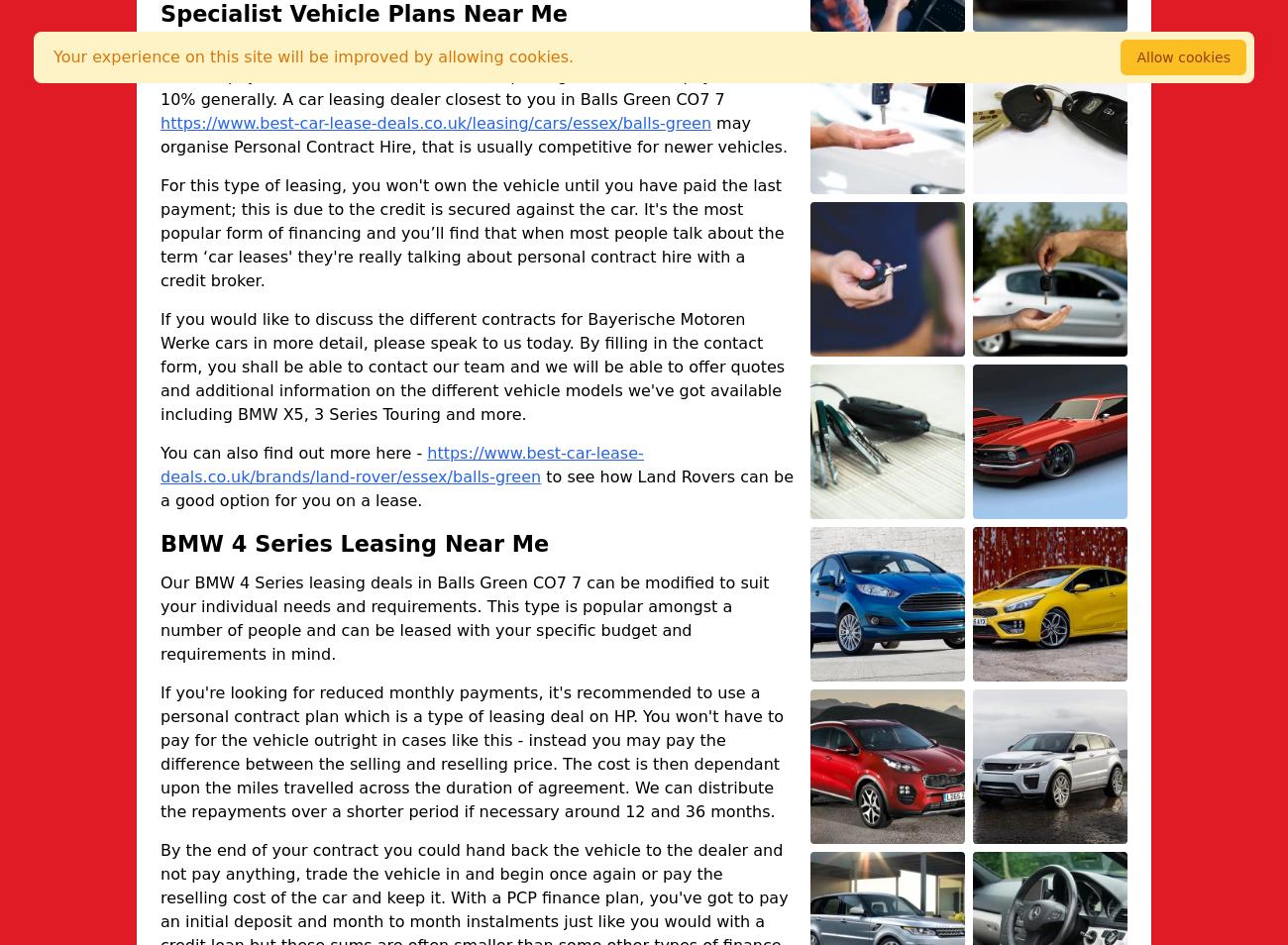  What do you see at coordinates (1182, 56) in the screenshot?
I see `'Allow cookies'` at bounding box center [1182, 56].